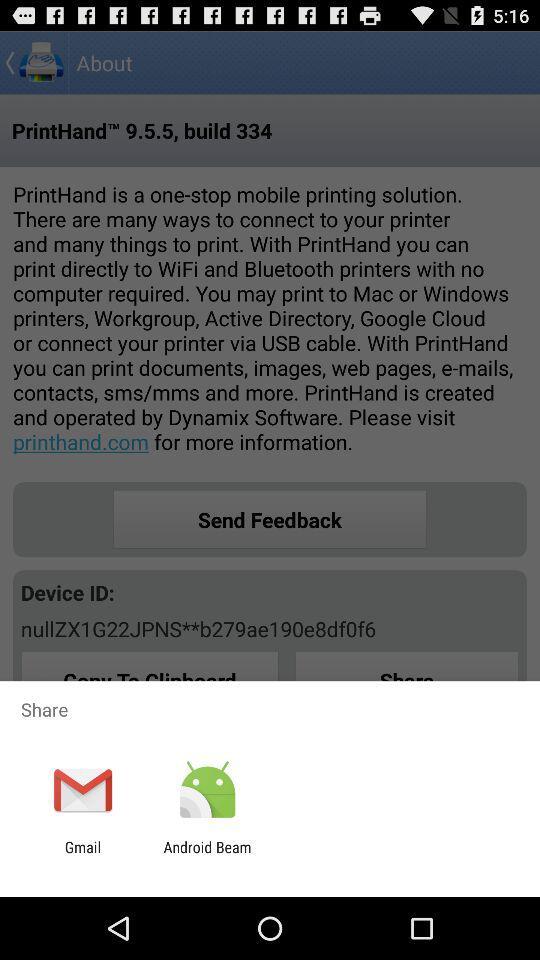  What do you see at coordinates (206, 855) in the screenshot?
I see `the android beam icon` at bounding box center [206, 855].